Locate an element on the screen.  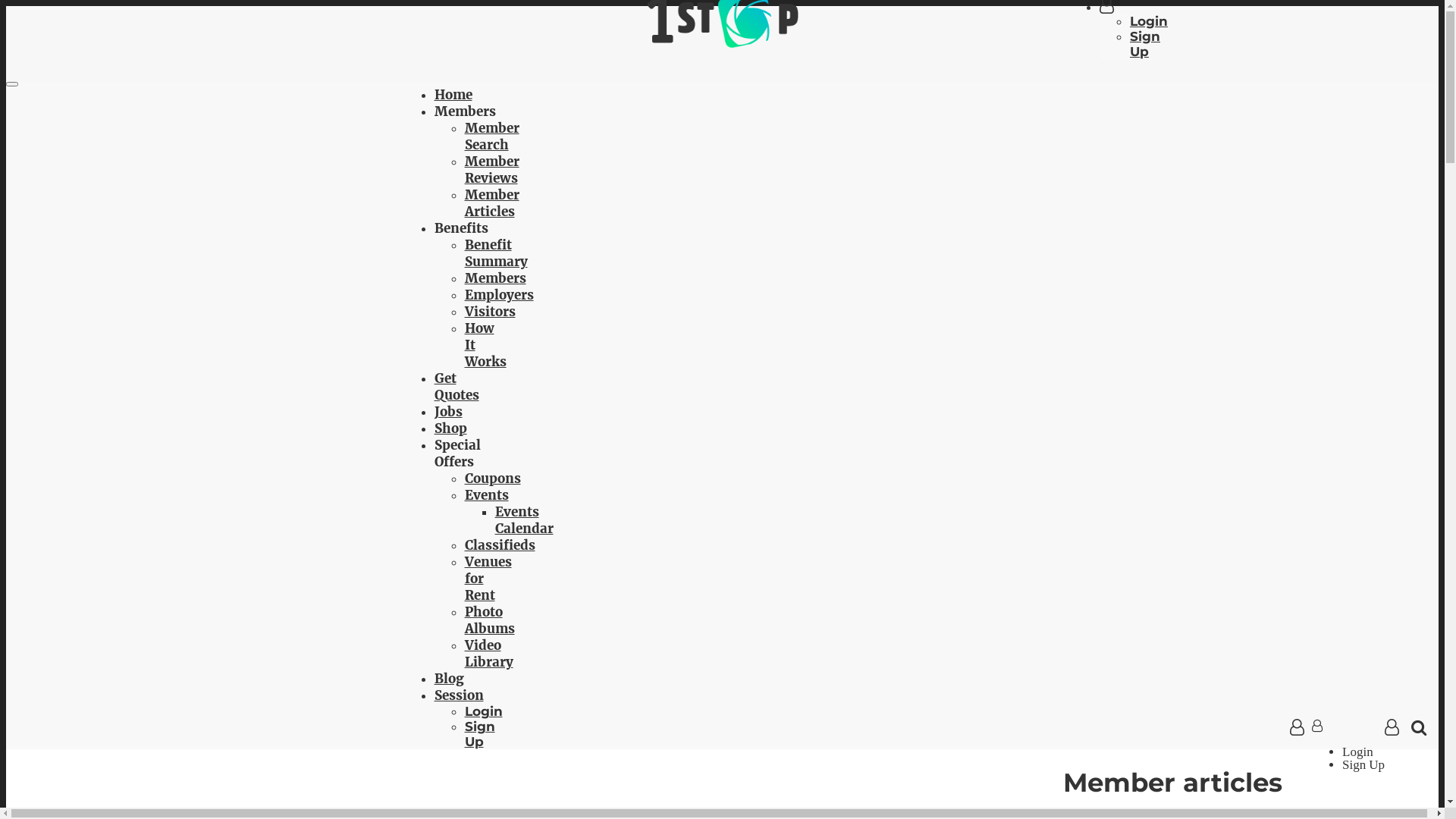
'Employers' is located at coordinates (498, 295).